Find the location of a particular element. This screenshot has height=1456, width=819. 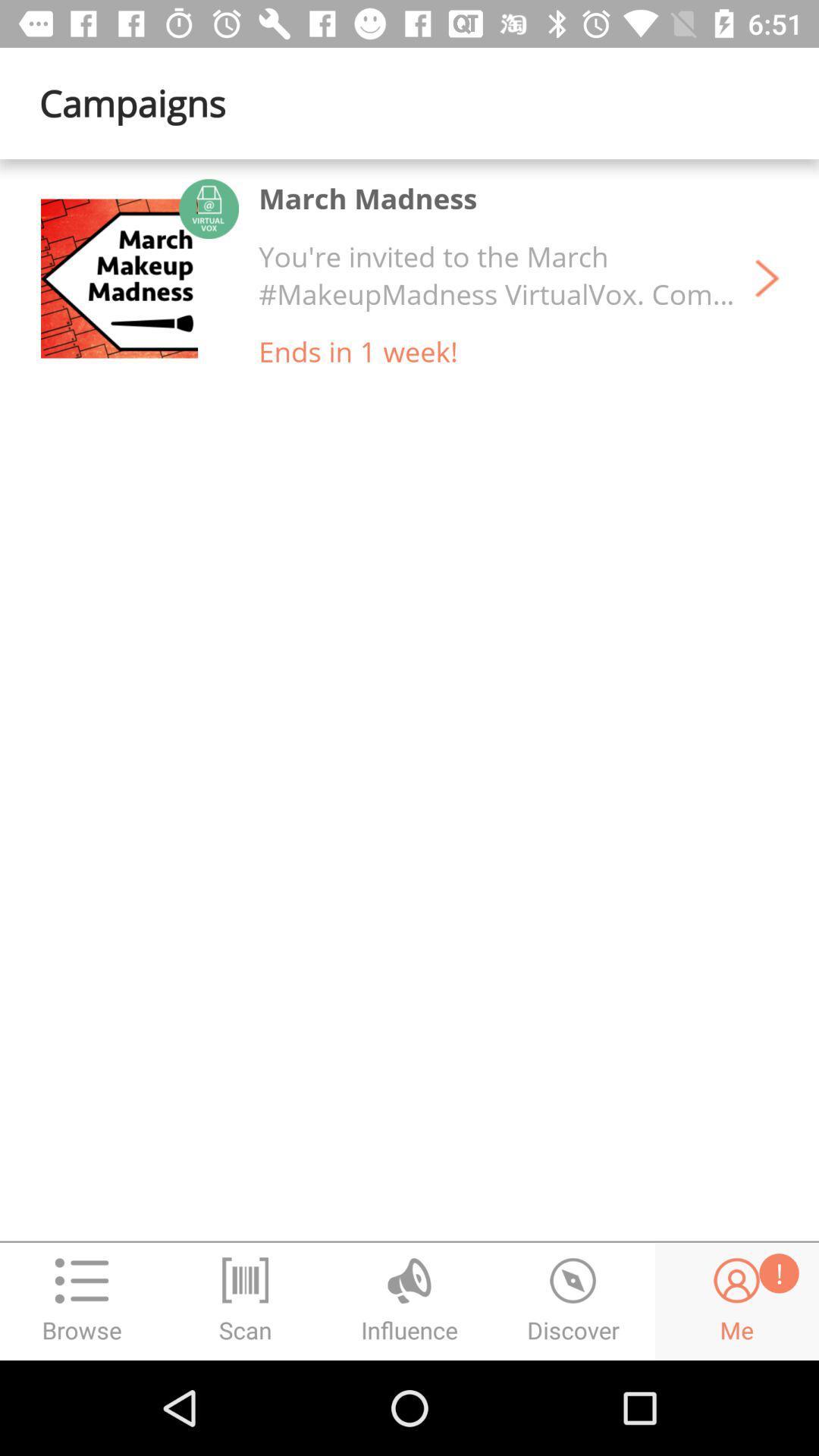

icon next to the march madness item is located at coordinates (118, 278).